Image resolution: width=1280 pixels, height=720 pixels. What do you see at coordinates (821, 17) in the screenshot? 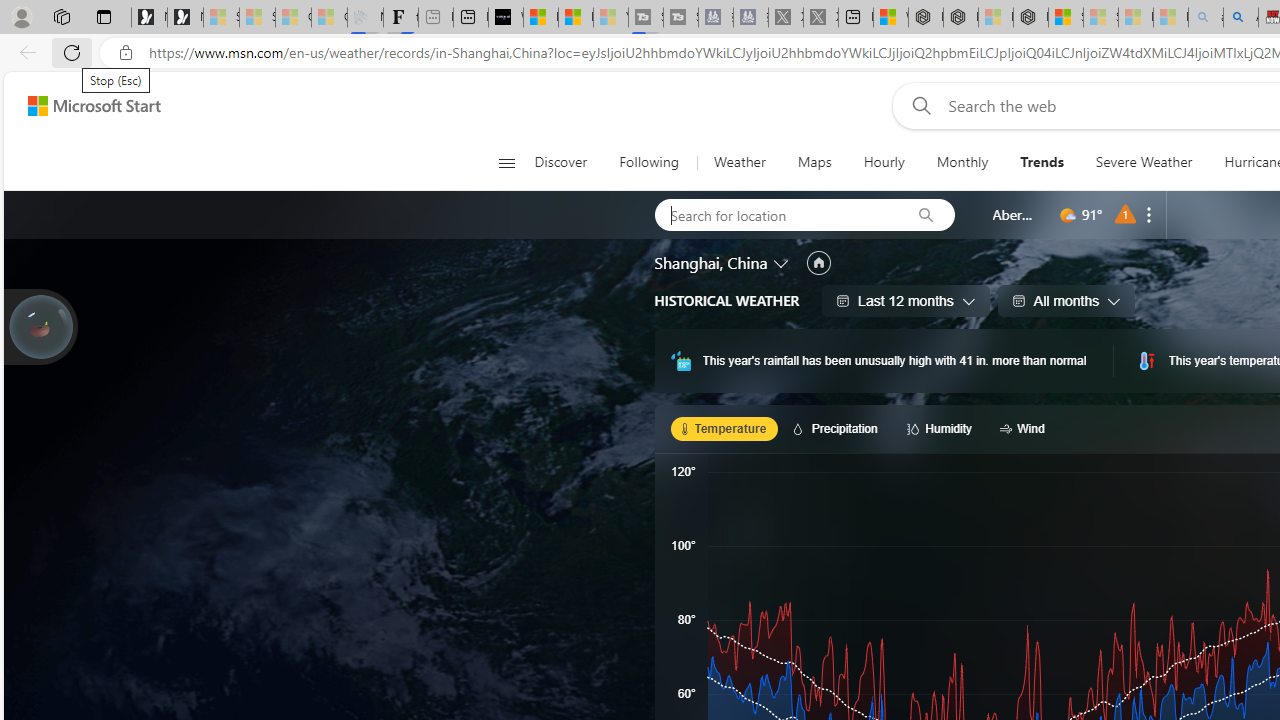
I see `'X - Sleeping'` at bounding box center [821, 17].